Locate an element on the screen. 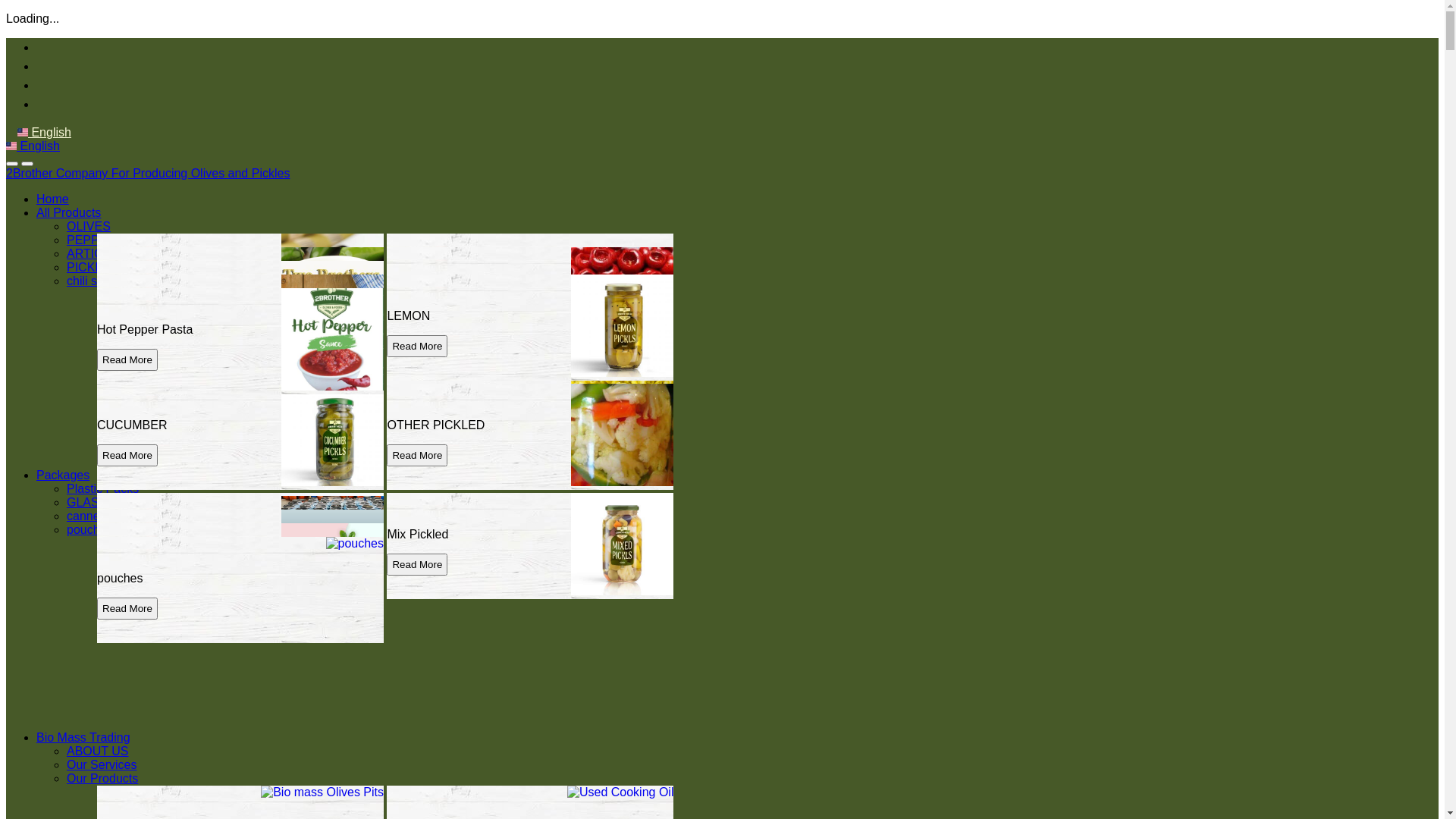 This screenshot has width=1456, height=819. 'plastic packs is located at coordinates (239, 549).